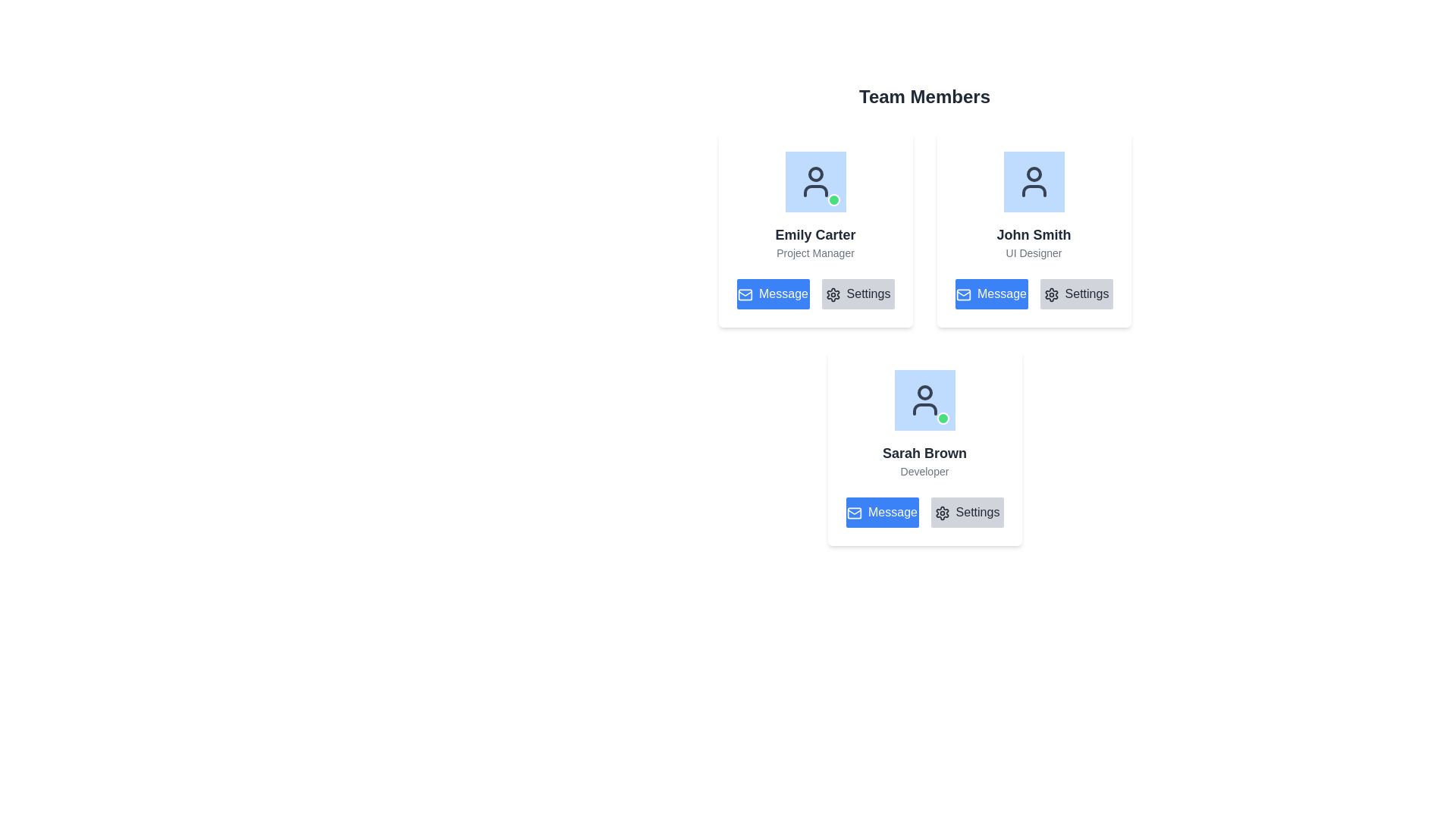  What do you see at coordinates (924, 400) in the screenshot?
I see `the Profile Image circular icon for 'Sarah Brown - Developer' which has a light blue background and a dark gray user silhouette with a green indicator` at bounding box center [924, 400].